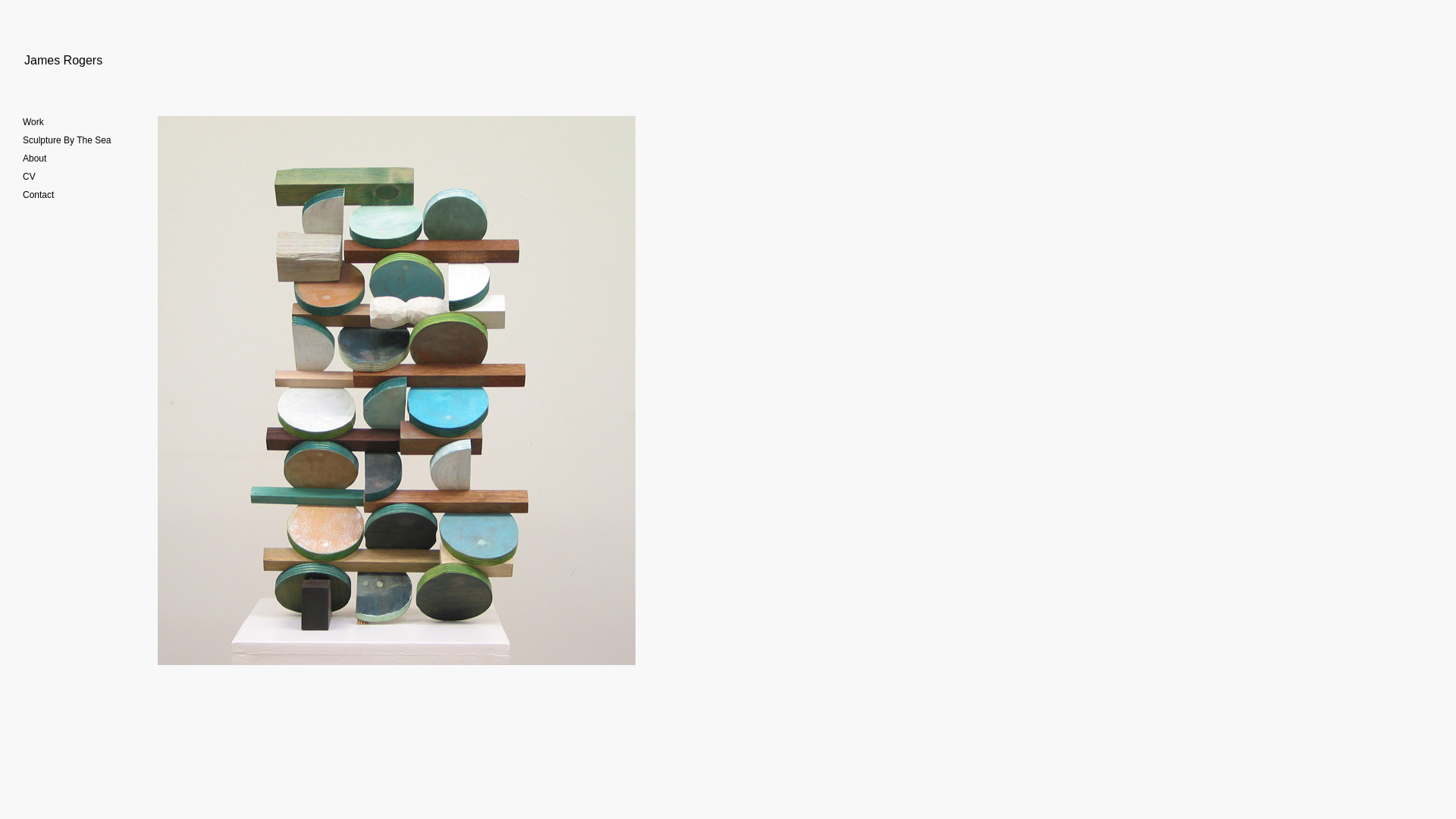 The width and height of the screenshot is (1456, 819). Describe the element at coordinates (62, 59) in the screenshot. I see `'James Rogers'` at that location.